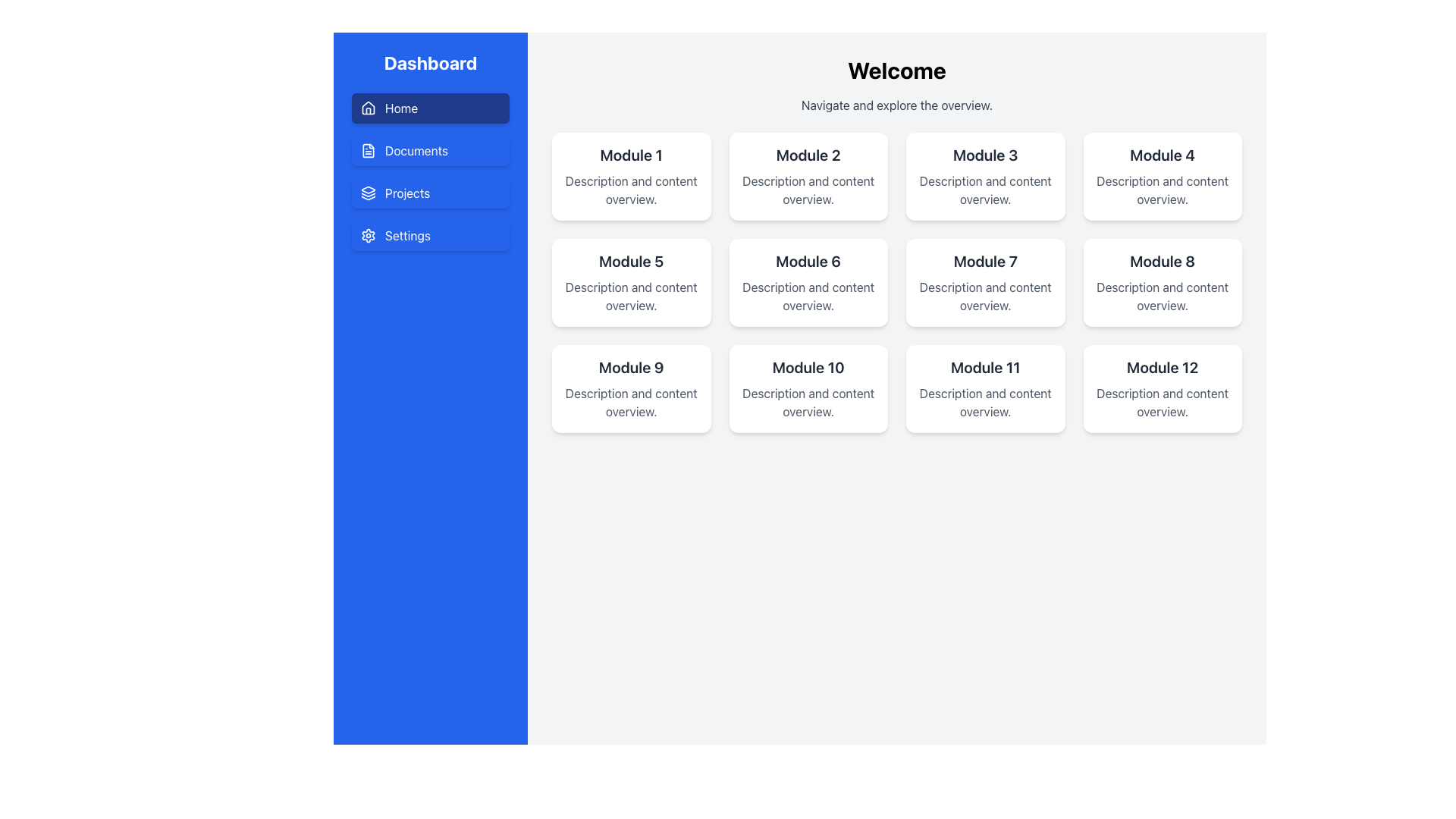  I want to click on the topmost navigation button in the sidebar, so click(429, 107).